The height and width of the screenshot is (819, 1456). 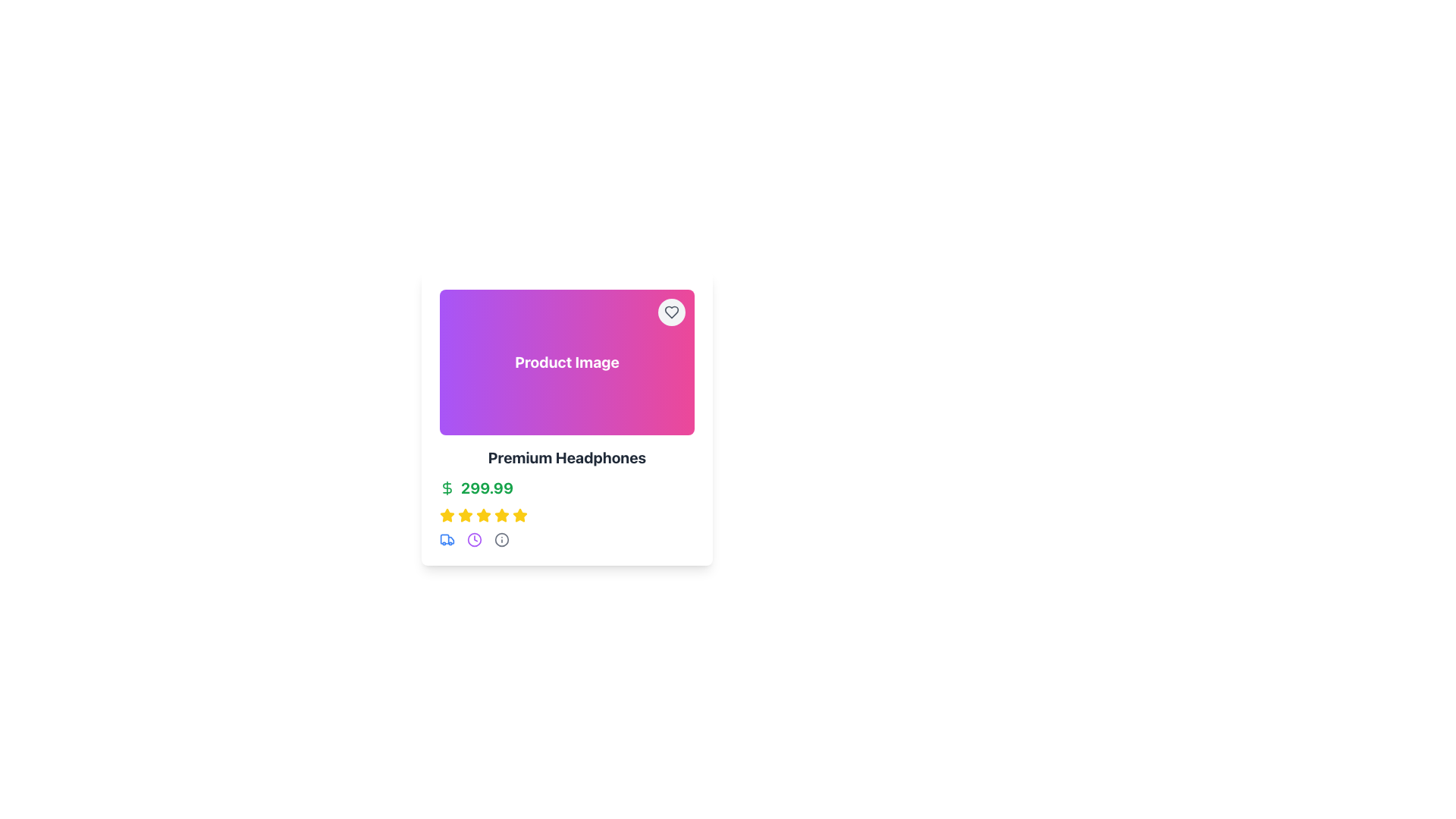 I want to click on the rectangular box with a gradient background that contains the bold white text 'Product Image' and the circular heart icon at the top-right corner, so click(x=566, y=362).